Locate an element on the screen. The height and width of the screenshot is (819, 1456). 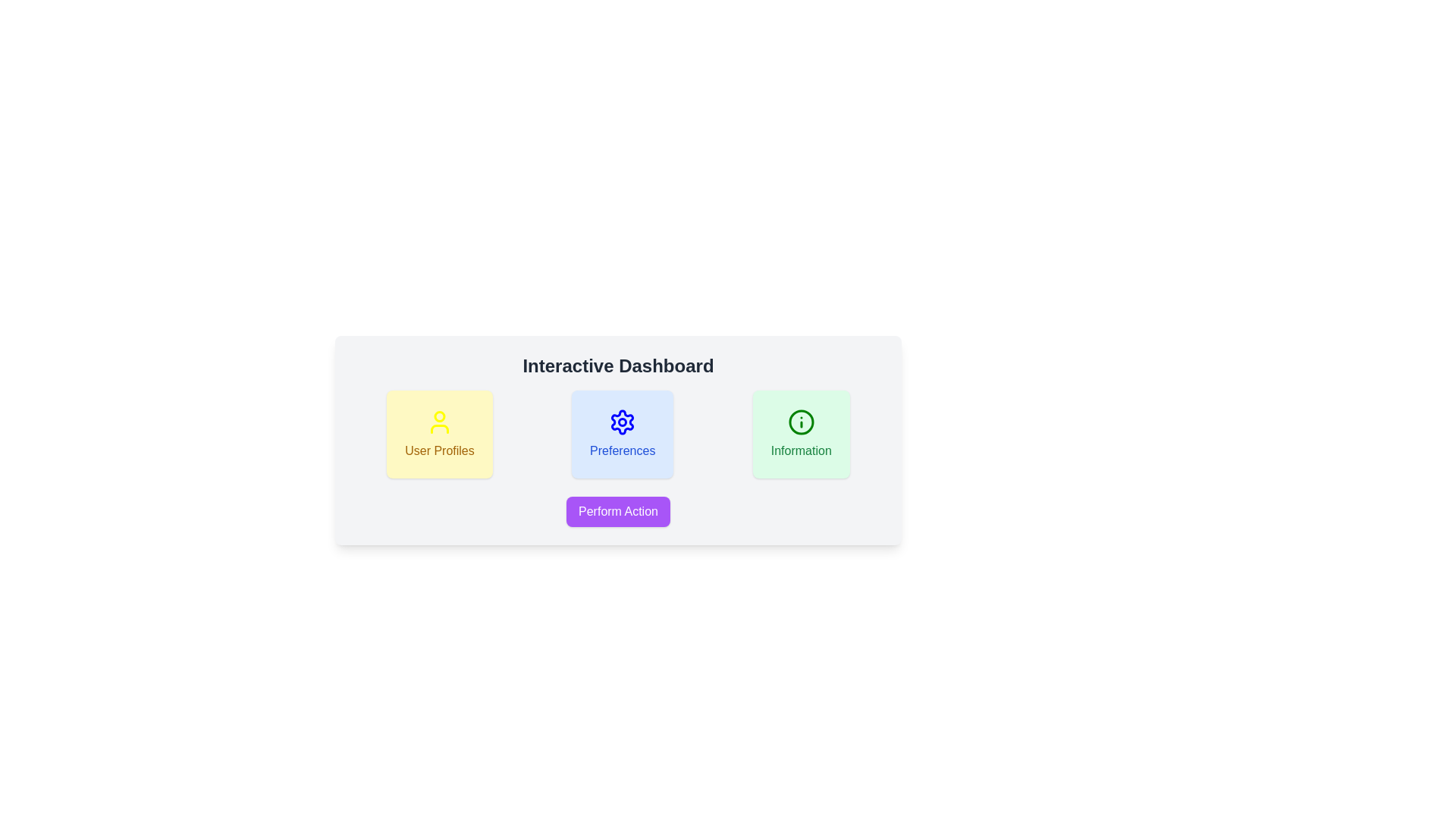
the yellow square tile labeled 'User Profiles' surrounding the user profile icon is located at coordinates (439, 429).